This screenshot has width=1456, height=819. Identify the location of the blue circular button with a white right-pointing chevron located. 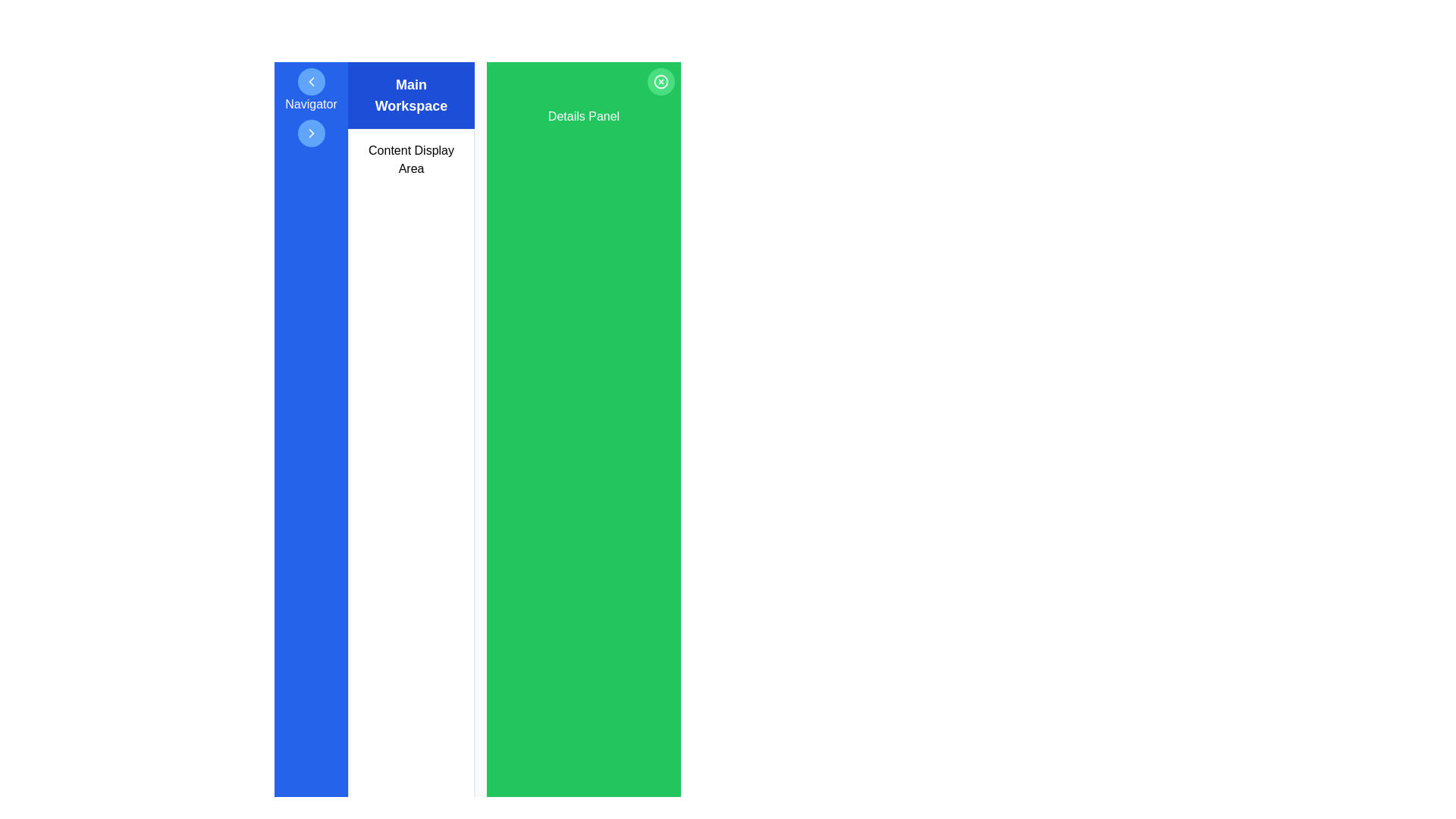
(310, 133).